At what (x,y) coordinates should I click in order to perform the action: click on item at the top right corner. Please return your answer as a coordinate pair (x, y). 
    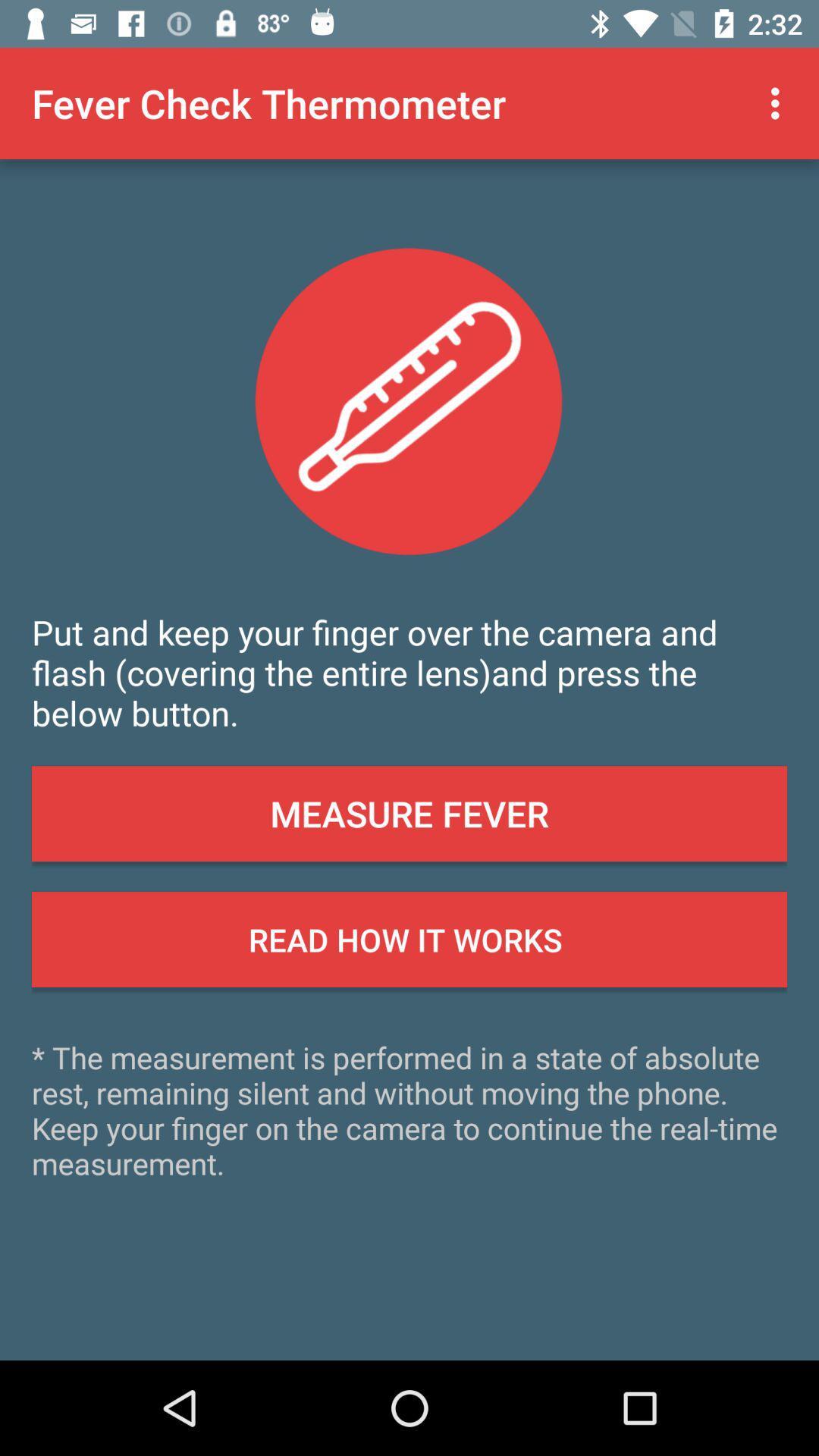
    Looking at the image, I should click on (779, 102).